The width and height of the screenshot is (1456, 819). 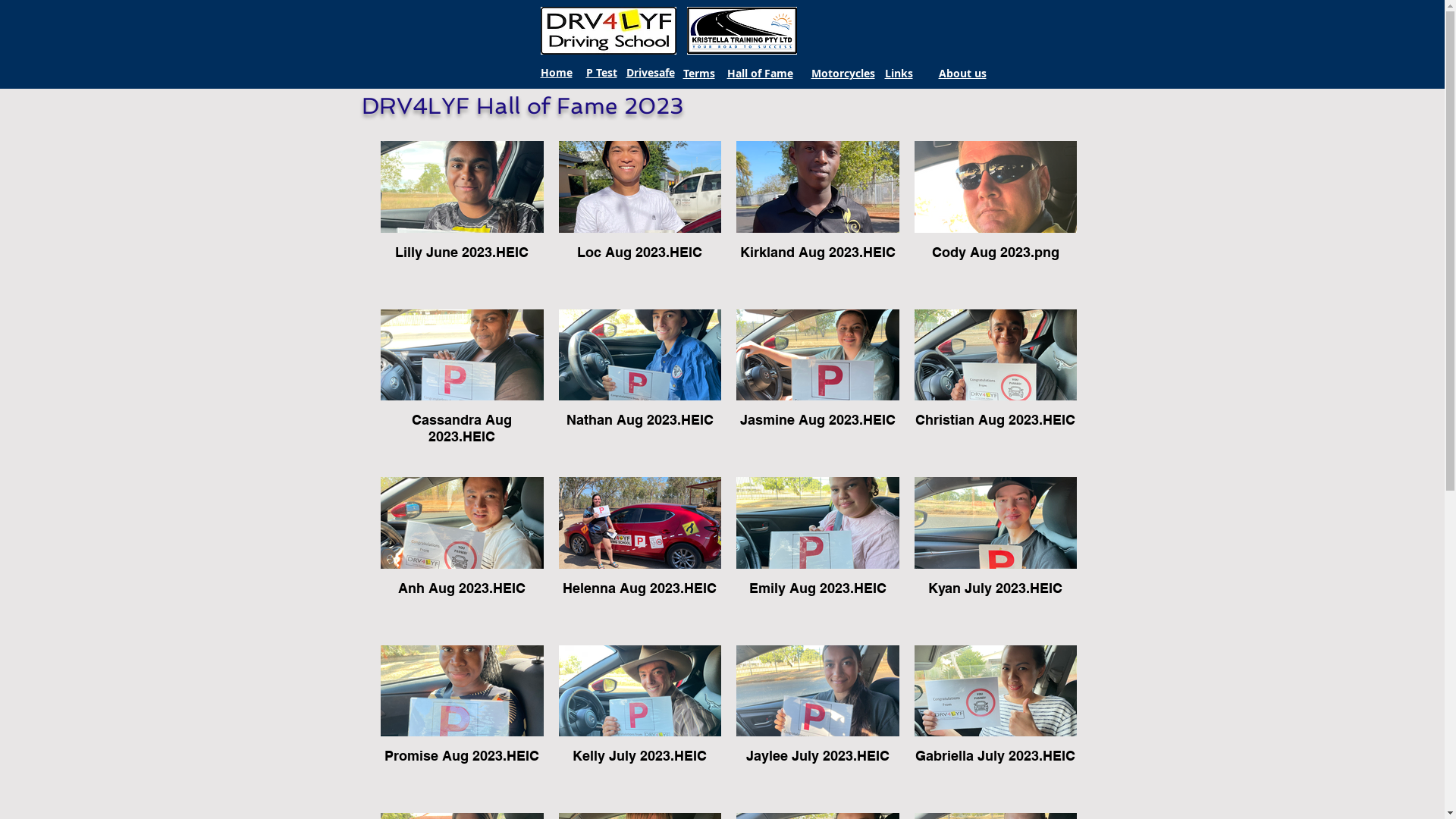 What do you see at coordinates (962, 73) in the screenshot?
I see `'About us'` at bounding box center [962, 73].